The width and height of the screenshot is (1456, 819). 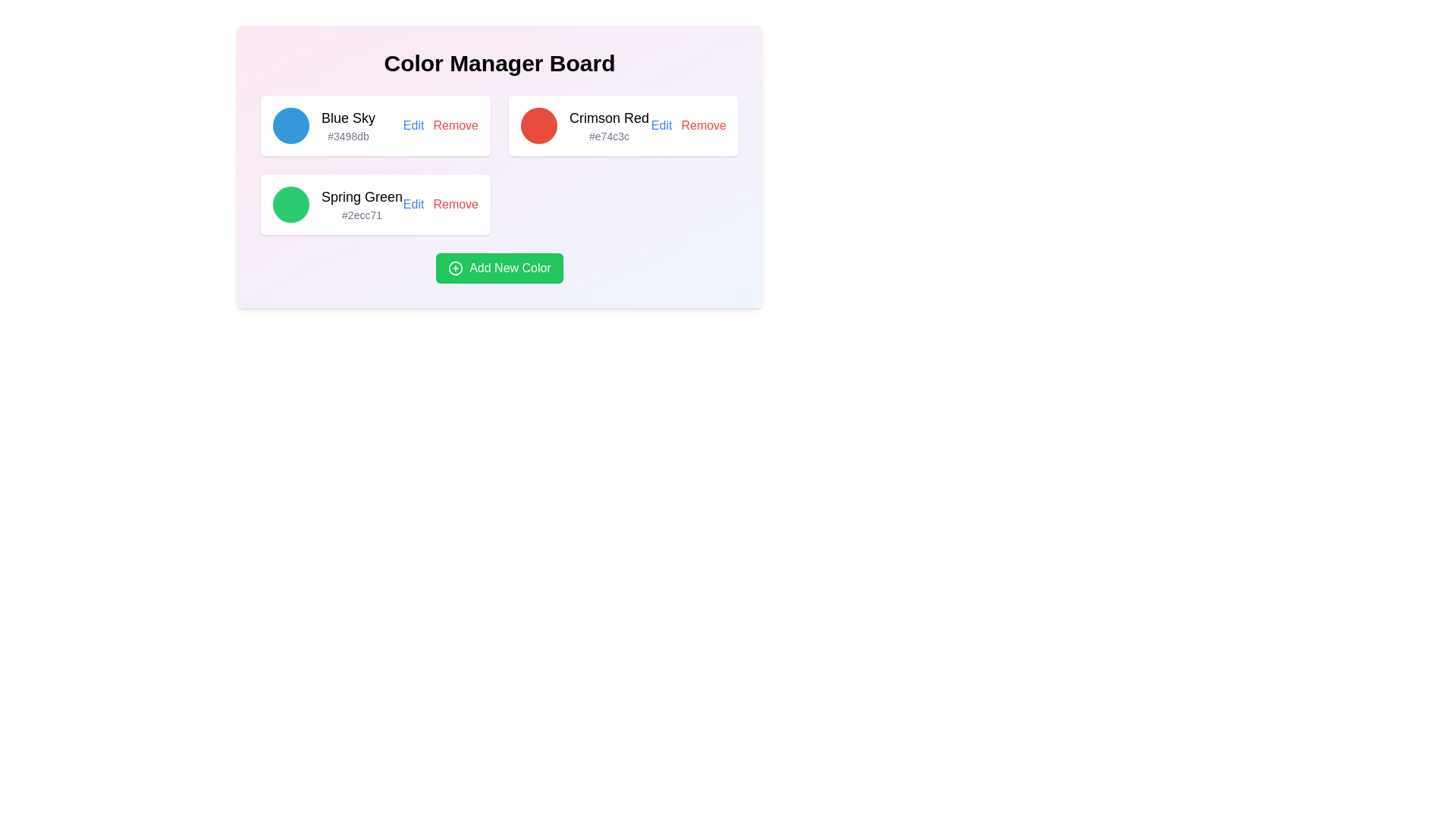 What do you see at coordinates (584, 124) in the screenshot?
I see `the 'Crimson Red' color entry, which includes the text label and circular icon` at bounding box center [584, 124].